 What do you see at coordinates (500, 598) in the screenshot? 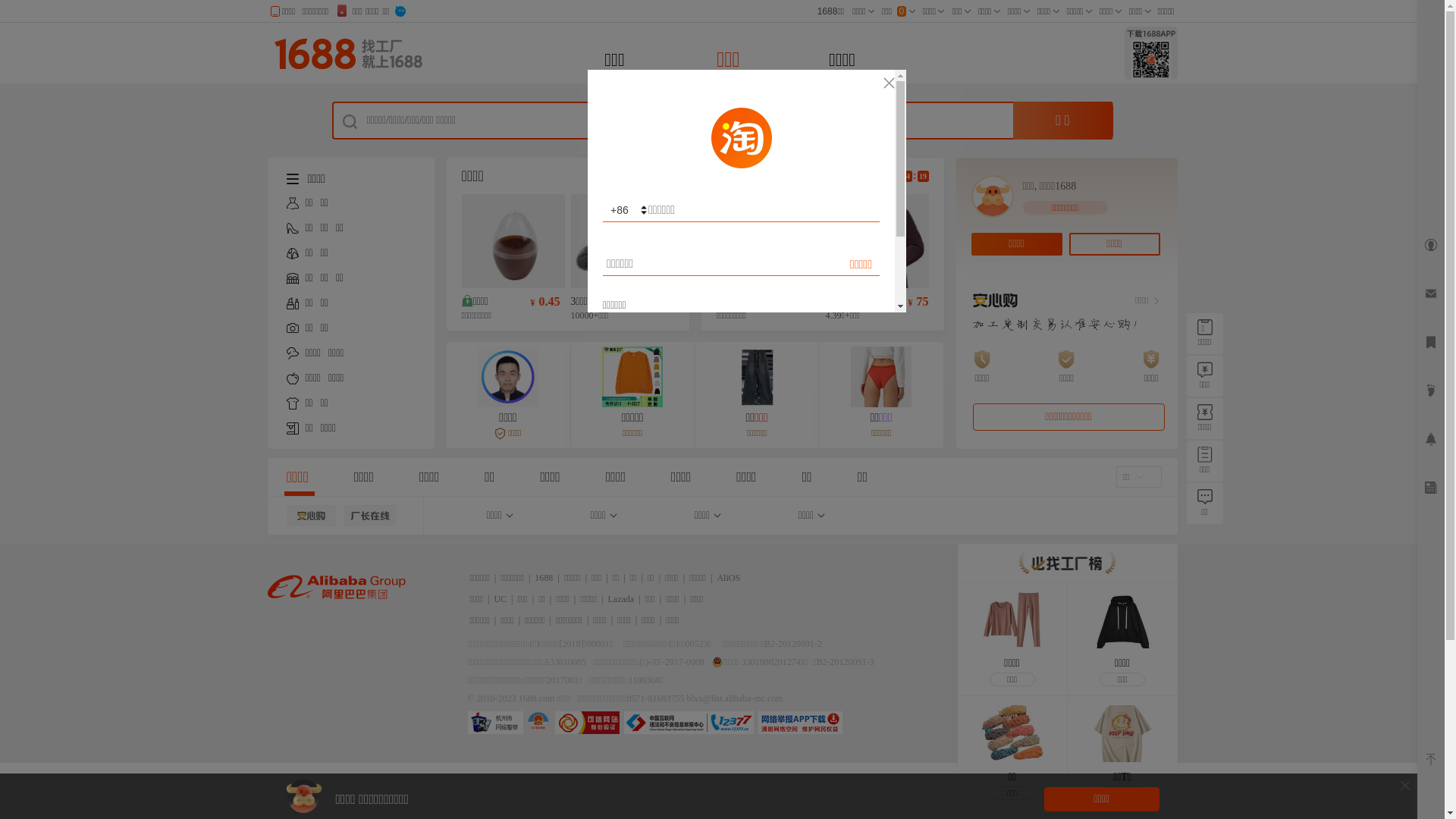
I see `'UC'` at bounding box center [500, 598].